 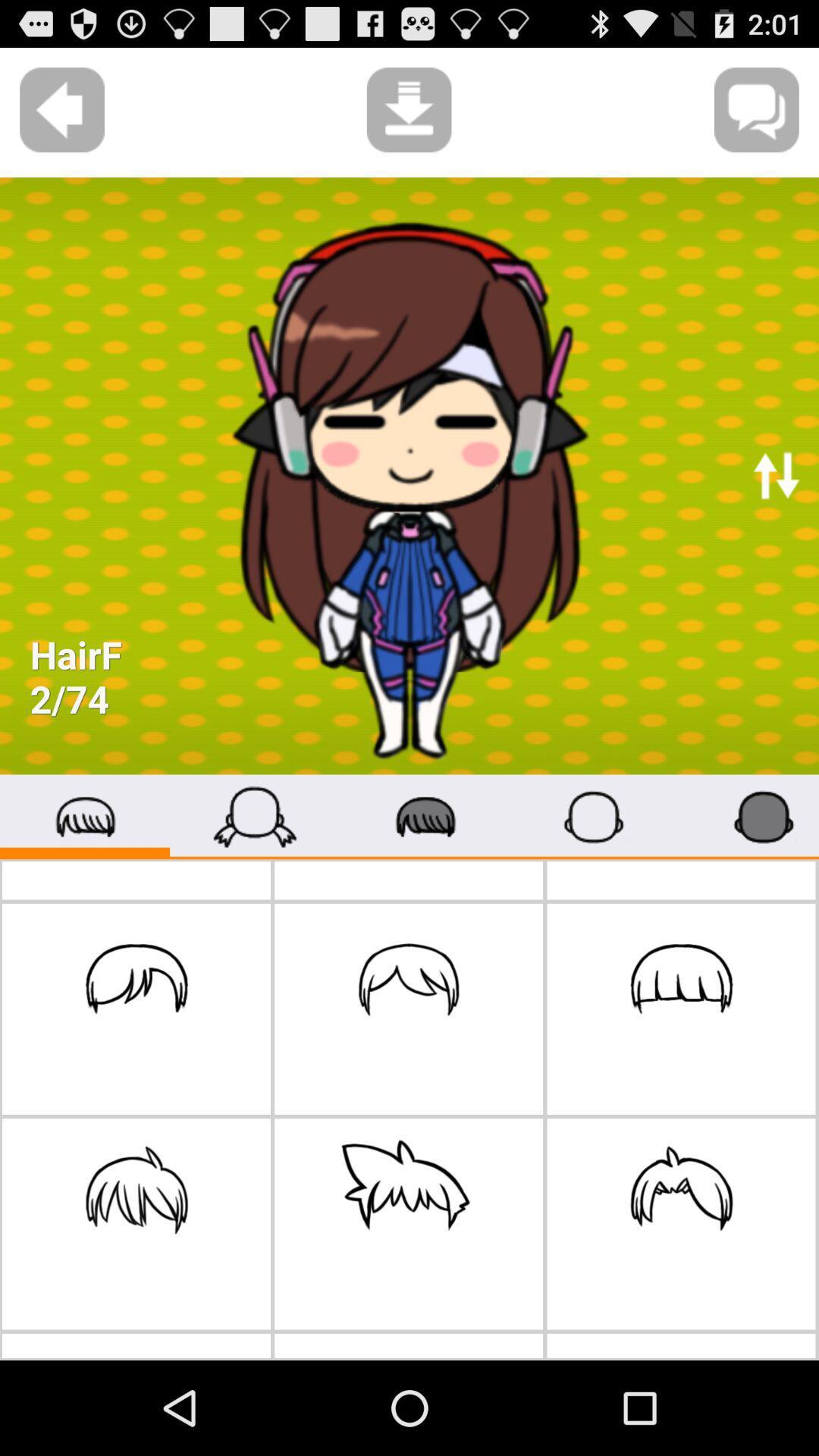 What do you see at coordinates (408, 117) in the screenshot?
I see `the file_download icon` at bounding box center [408, 117].